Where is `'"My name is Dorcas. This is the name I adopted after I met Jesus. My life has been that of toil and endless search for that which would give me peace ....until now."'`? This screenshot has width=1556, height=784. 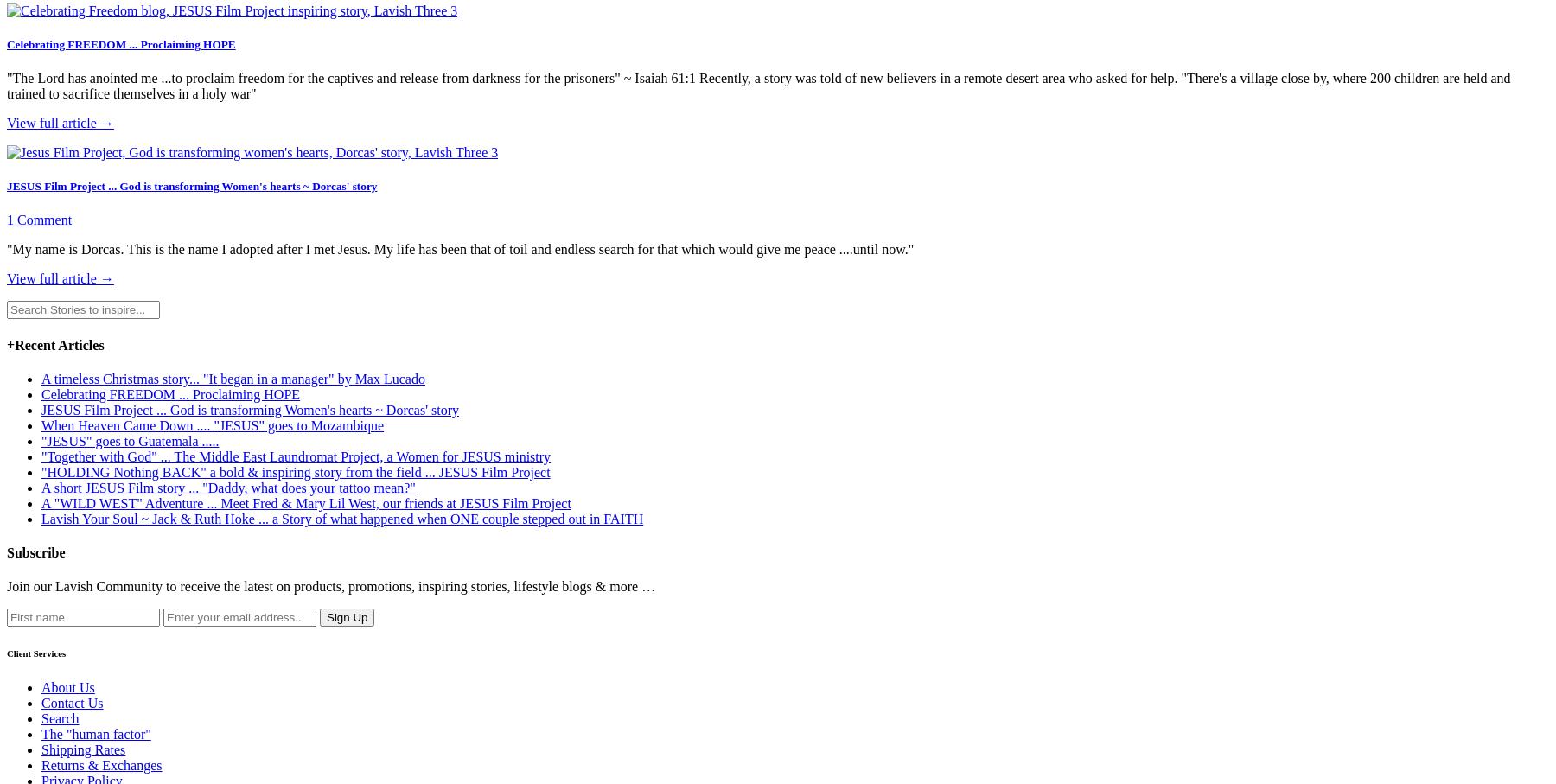 '"My name is Dorcas. This is the name I adopted after I met Jesus. My life has been that of toil and endless search for that which would give me peace ....until now."' is located at coordinates (459, 248).